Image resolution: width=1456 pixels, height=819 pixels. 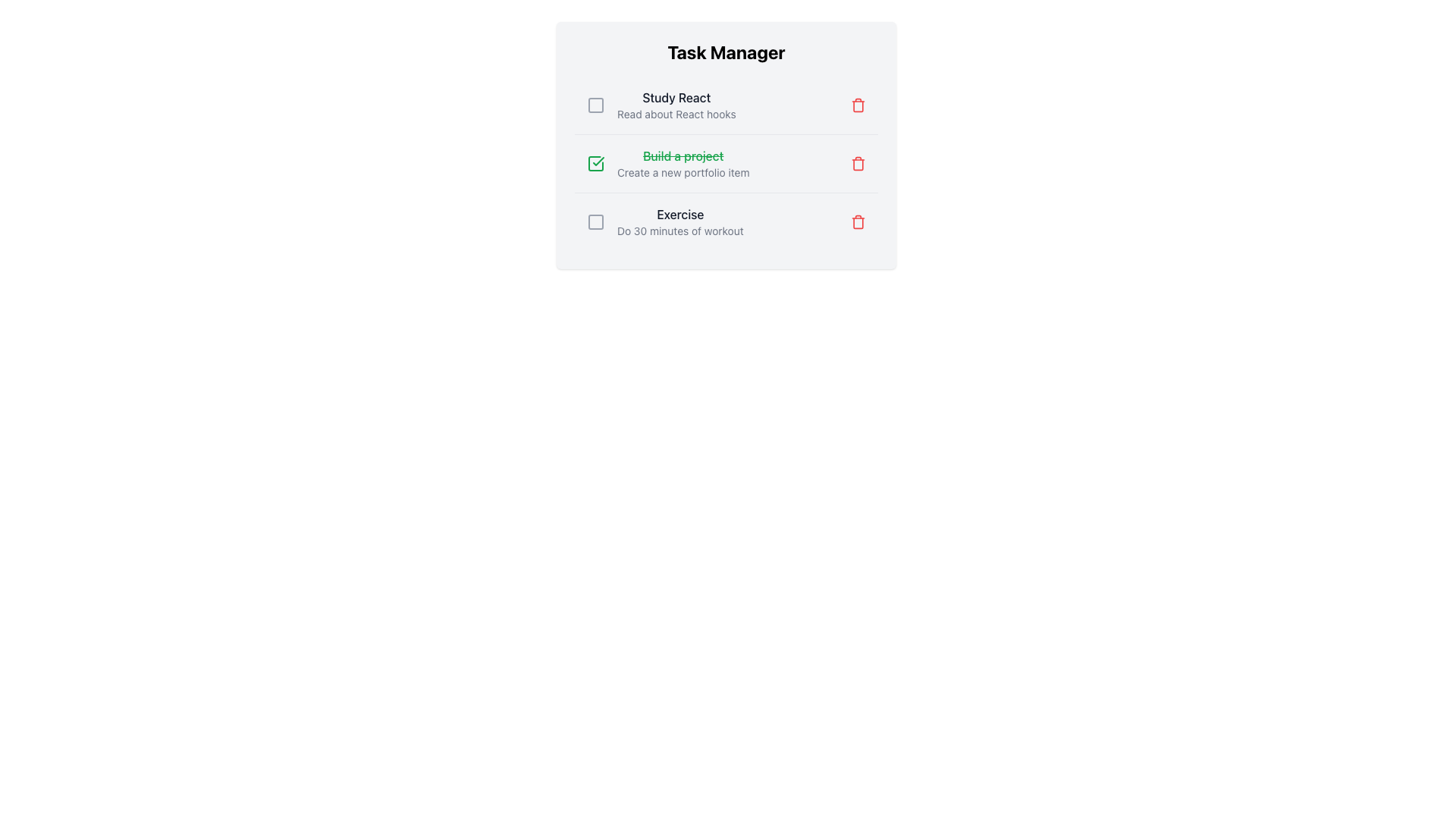 I want to click on the gray square checkbox located on the leftmost side of the row for the task 'Exercise - Do 30 minutes of workout', so click(x=595, y=222).